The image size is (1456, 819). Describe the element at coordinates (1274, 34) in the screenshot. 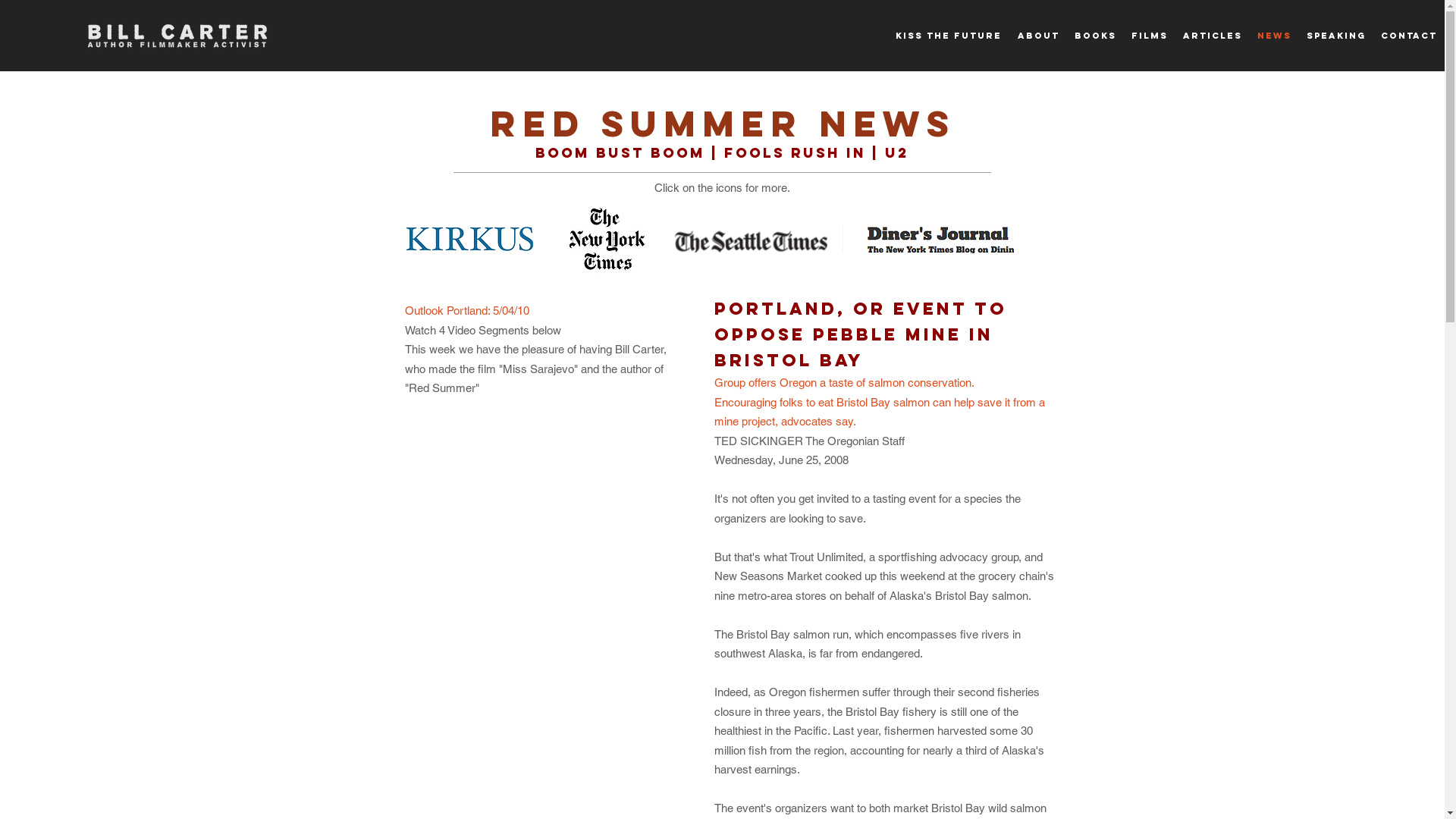

I see `'NEWS'` at that location.